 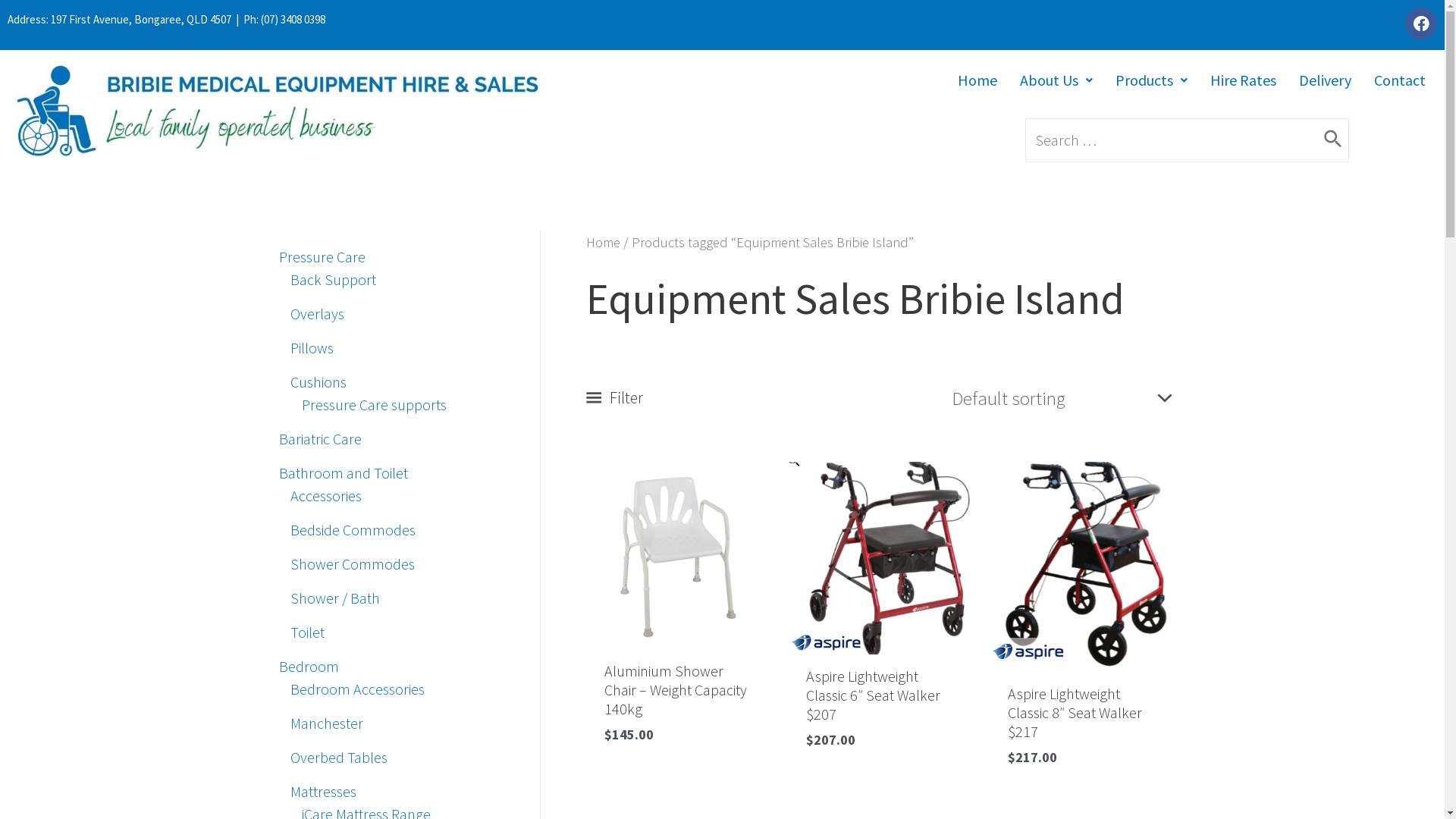 What do you see at coordinates (322, 790) in the screenshot?
I see `'Mattresses'` at bounding box center [322, 790].